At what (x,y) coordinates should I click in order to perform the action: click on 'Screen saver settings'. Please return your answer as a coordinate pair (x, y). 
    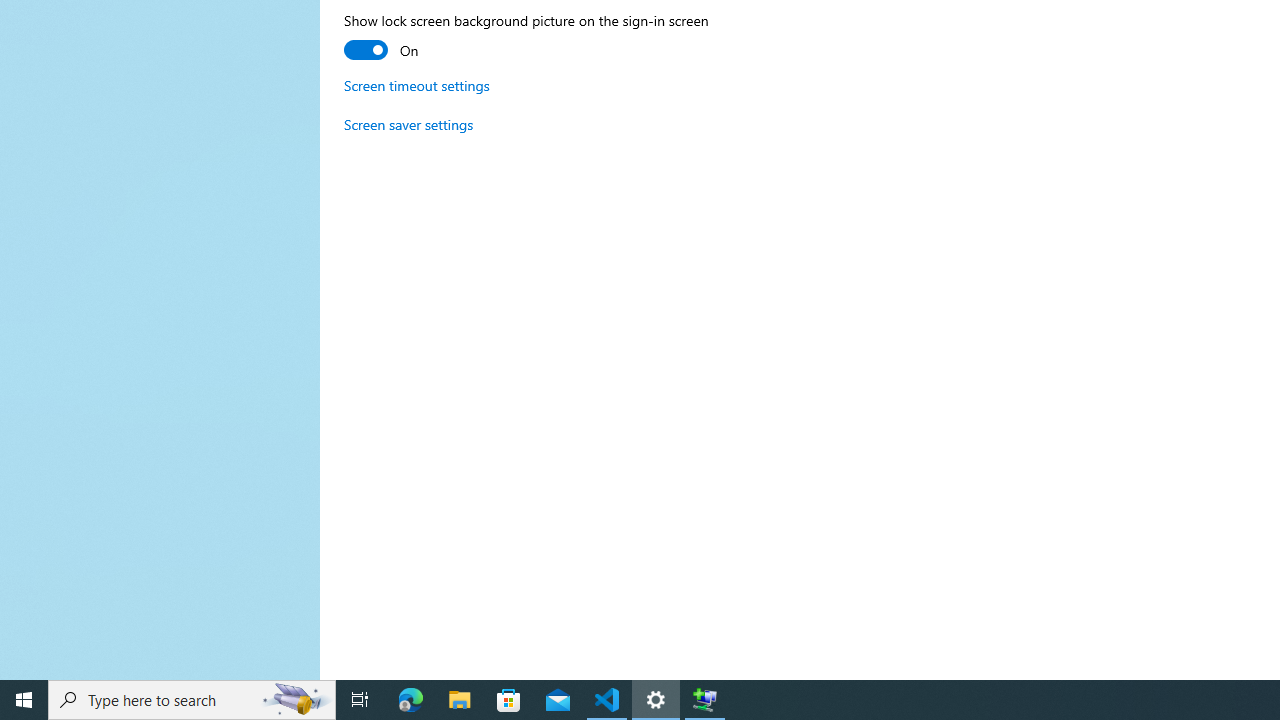
    Looking at the image, I should click on (407, 124).